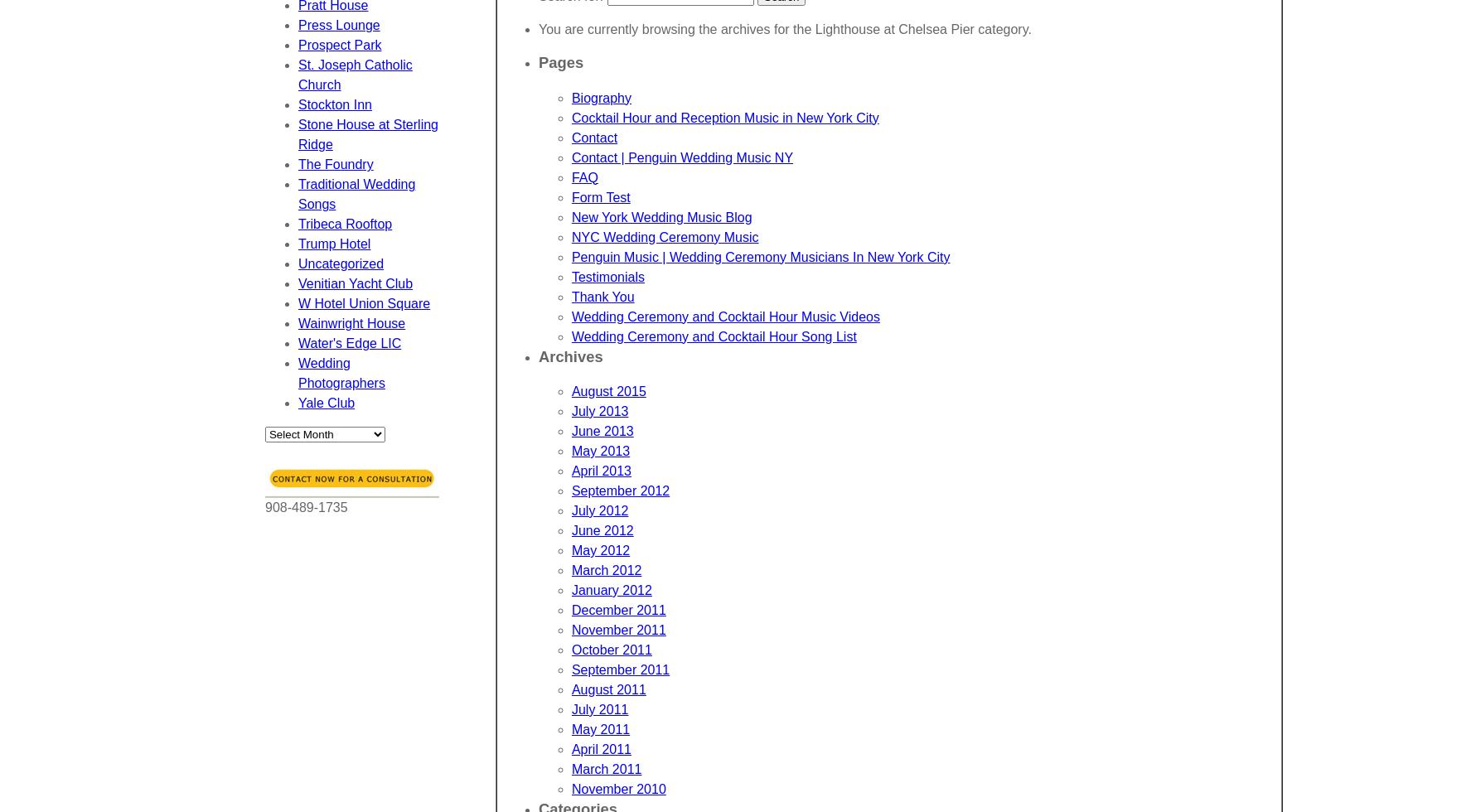 The height and width of the screenshot is (812, 1471). I want to click on 'Trump Hotel', so click(332, 244).